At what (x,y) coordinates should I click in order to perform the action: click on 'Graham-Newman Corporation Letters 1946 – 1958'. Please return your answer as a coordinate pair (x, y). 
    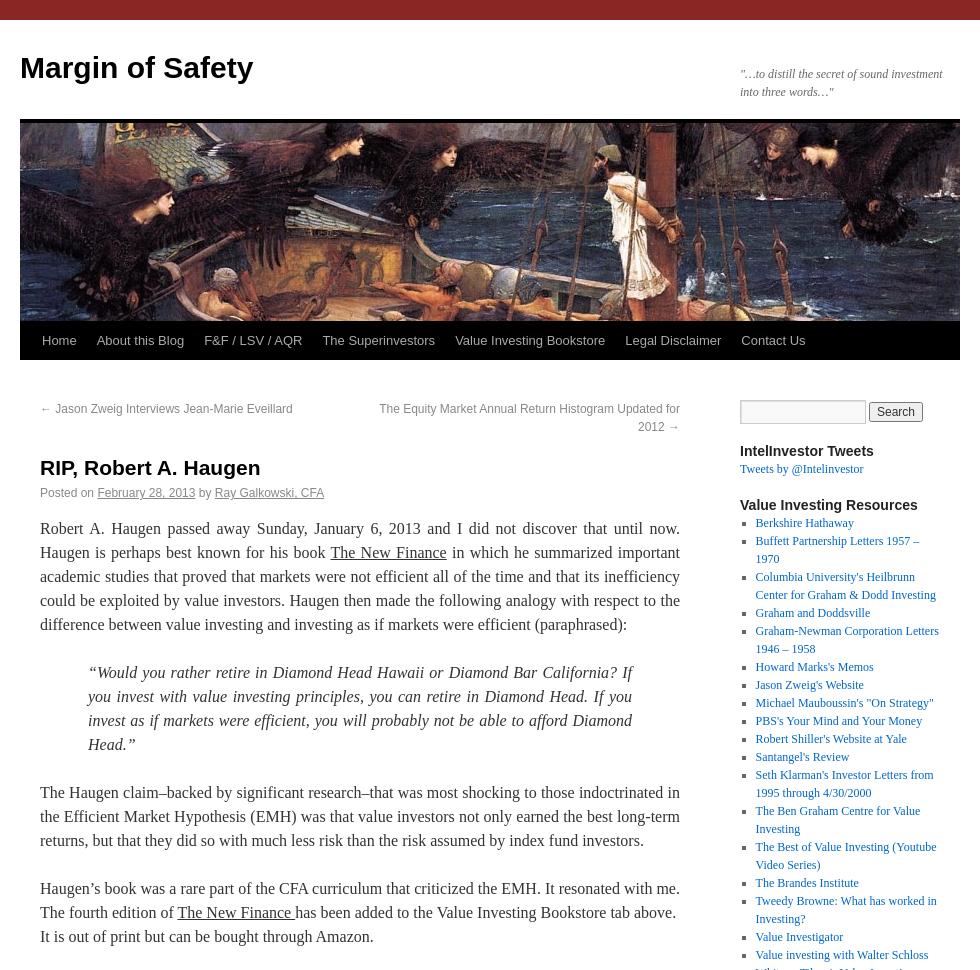
    Looking at the image, I should click on (846, 639).